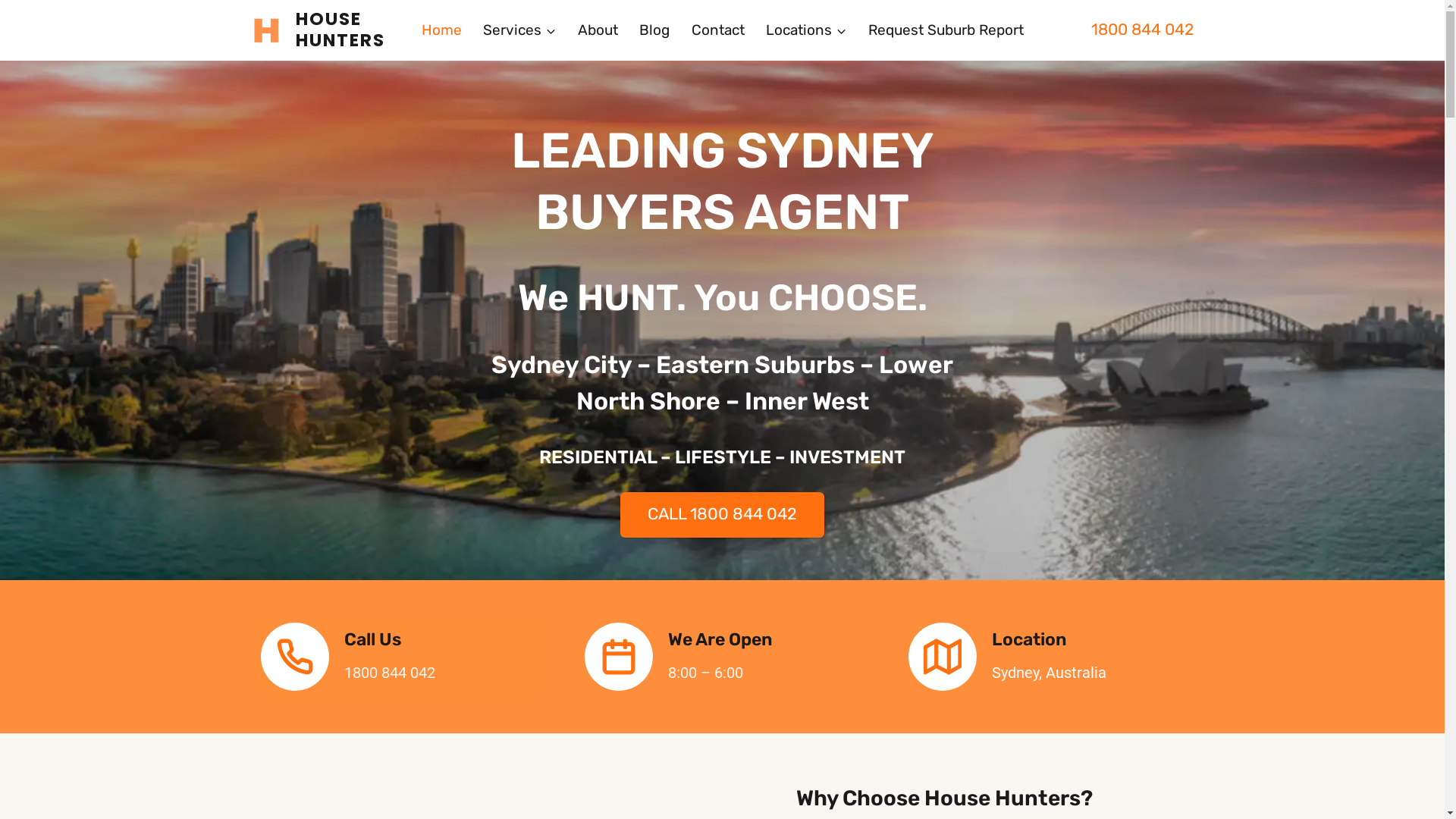 This screenshot has height=819, width=1456. Describe the element at coordinates (945, 30) in the screenshot. I see `'Request Suburb Report'` at that location.